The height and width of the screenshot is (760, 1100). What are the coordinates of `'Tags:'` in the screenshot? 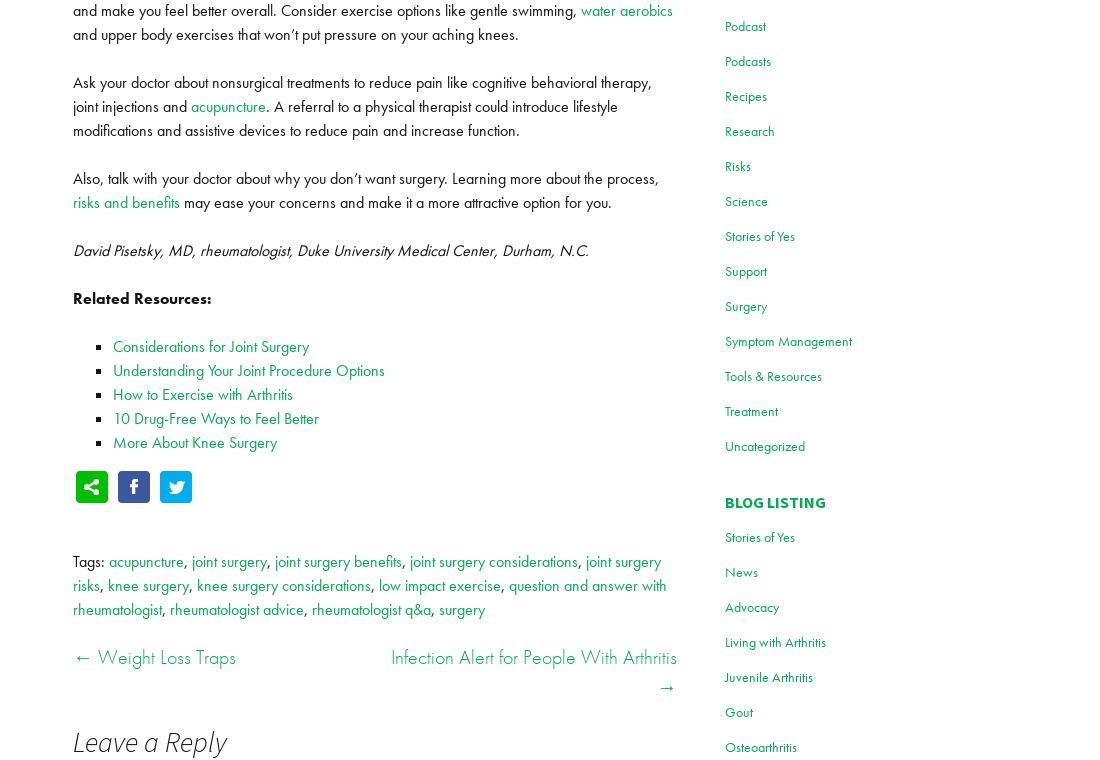 It's located at (73, 561).